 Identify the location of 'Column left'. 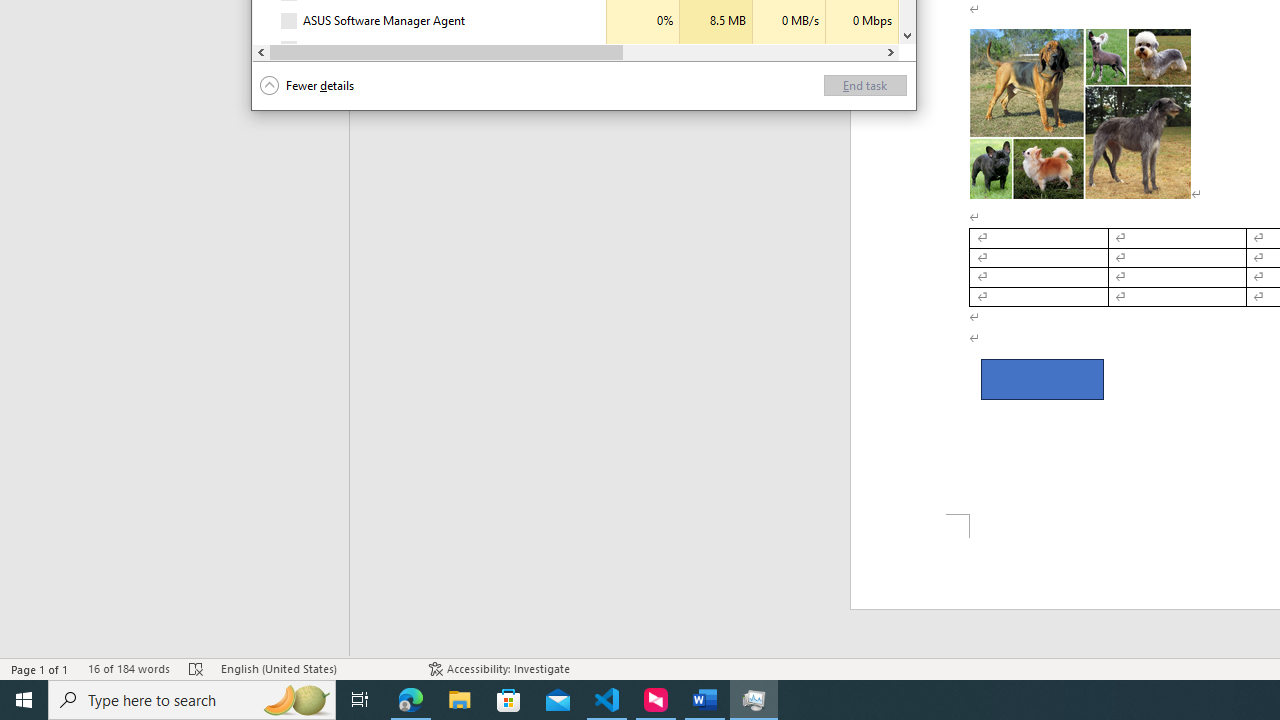
(260, 51).